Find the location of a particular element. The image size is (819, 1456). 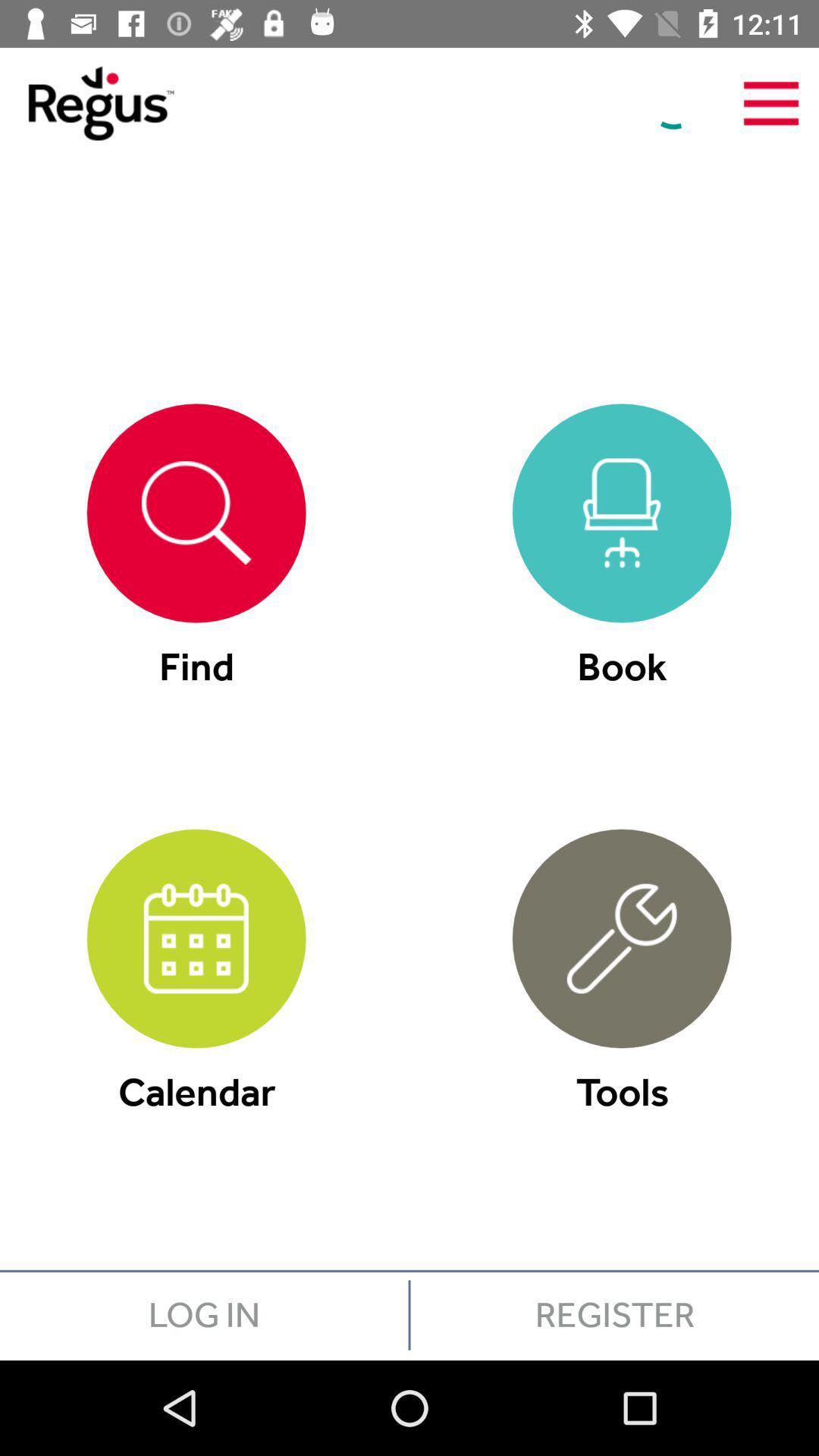

log in item is located at coordinates (203, 1313).